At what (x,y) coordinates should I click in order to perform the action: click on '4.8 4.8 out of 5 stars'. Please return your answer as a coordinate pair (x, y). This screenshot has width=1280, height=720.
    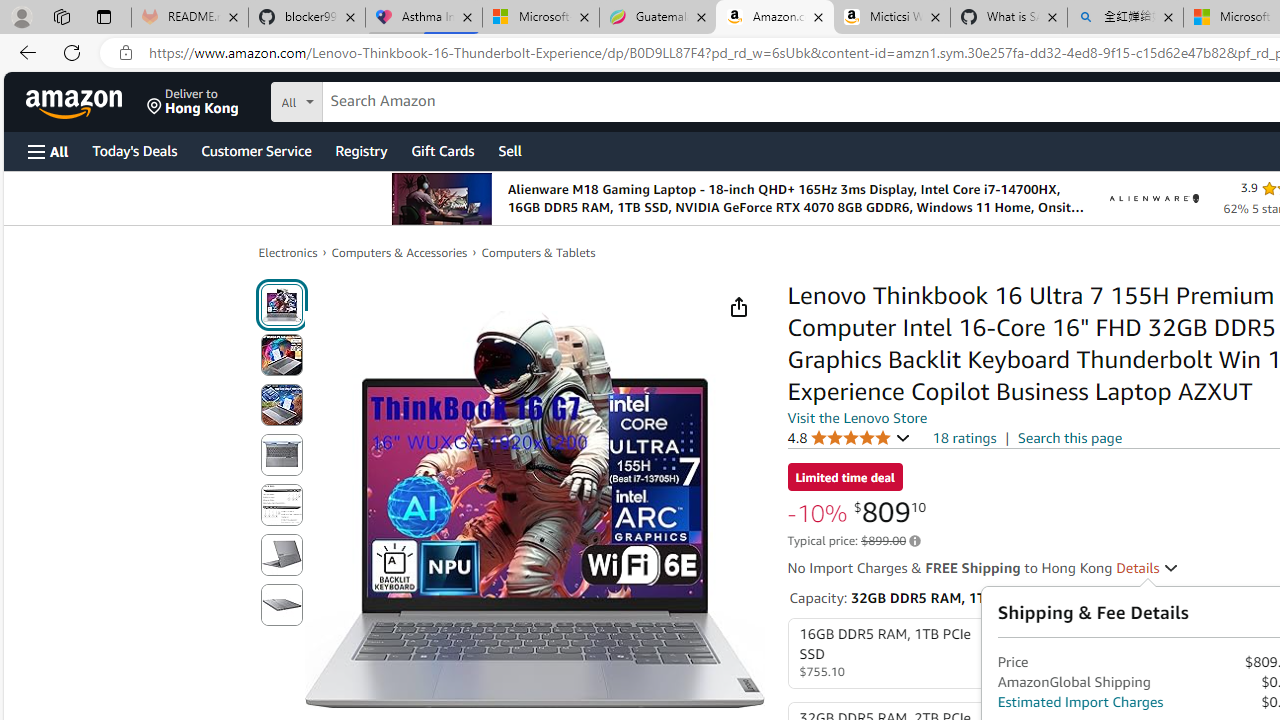
    Looking at the image, I should click on (849, 436).